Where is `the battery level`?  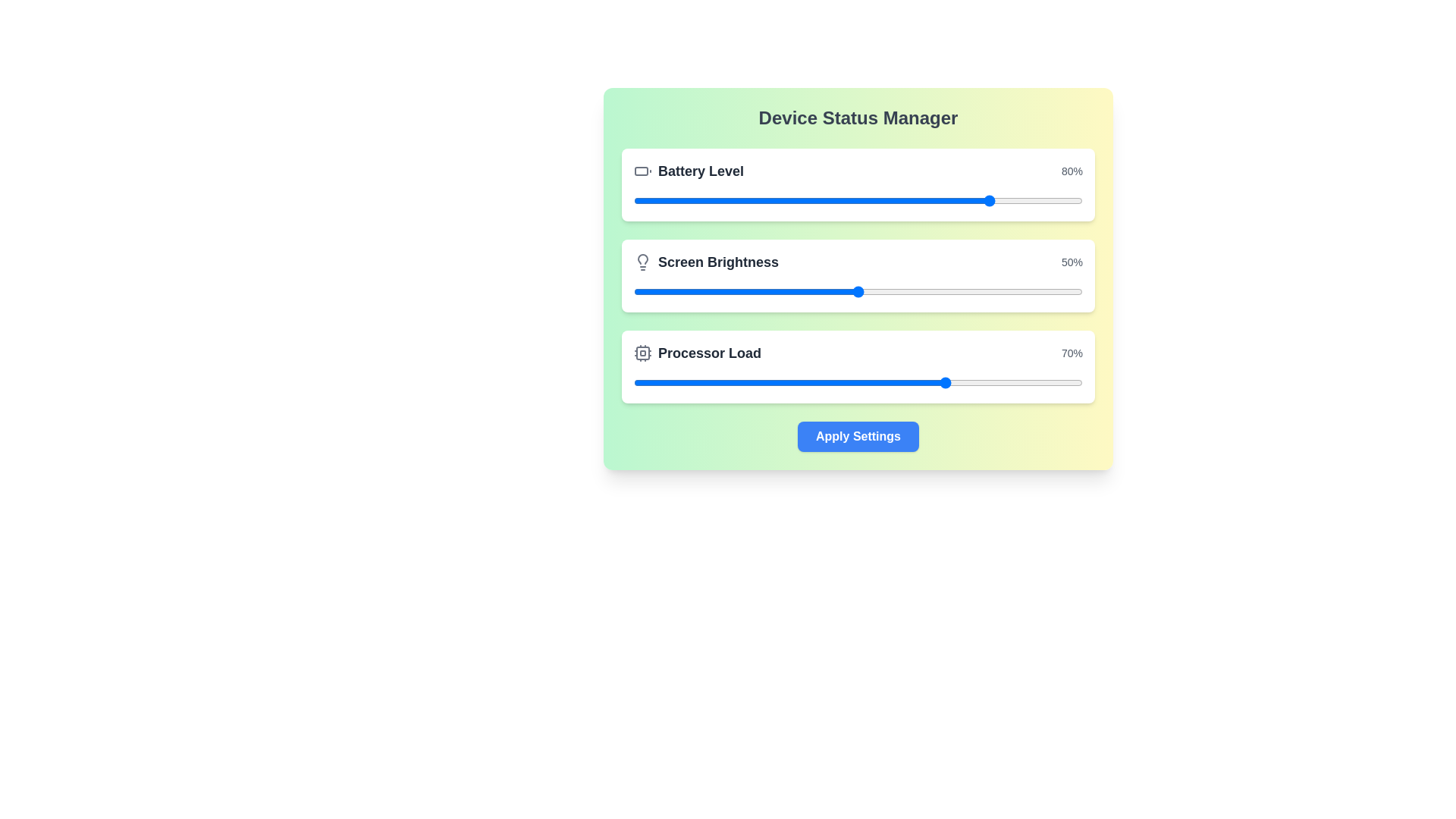 the battery level is located at coordinates (975, 200).